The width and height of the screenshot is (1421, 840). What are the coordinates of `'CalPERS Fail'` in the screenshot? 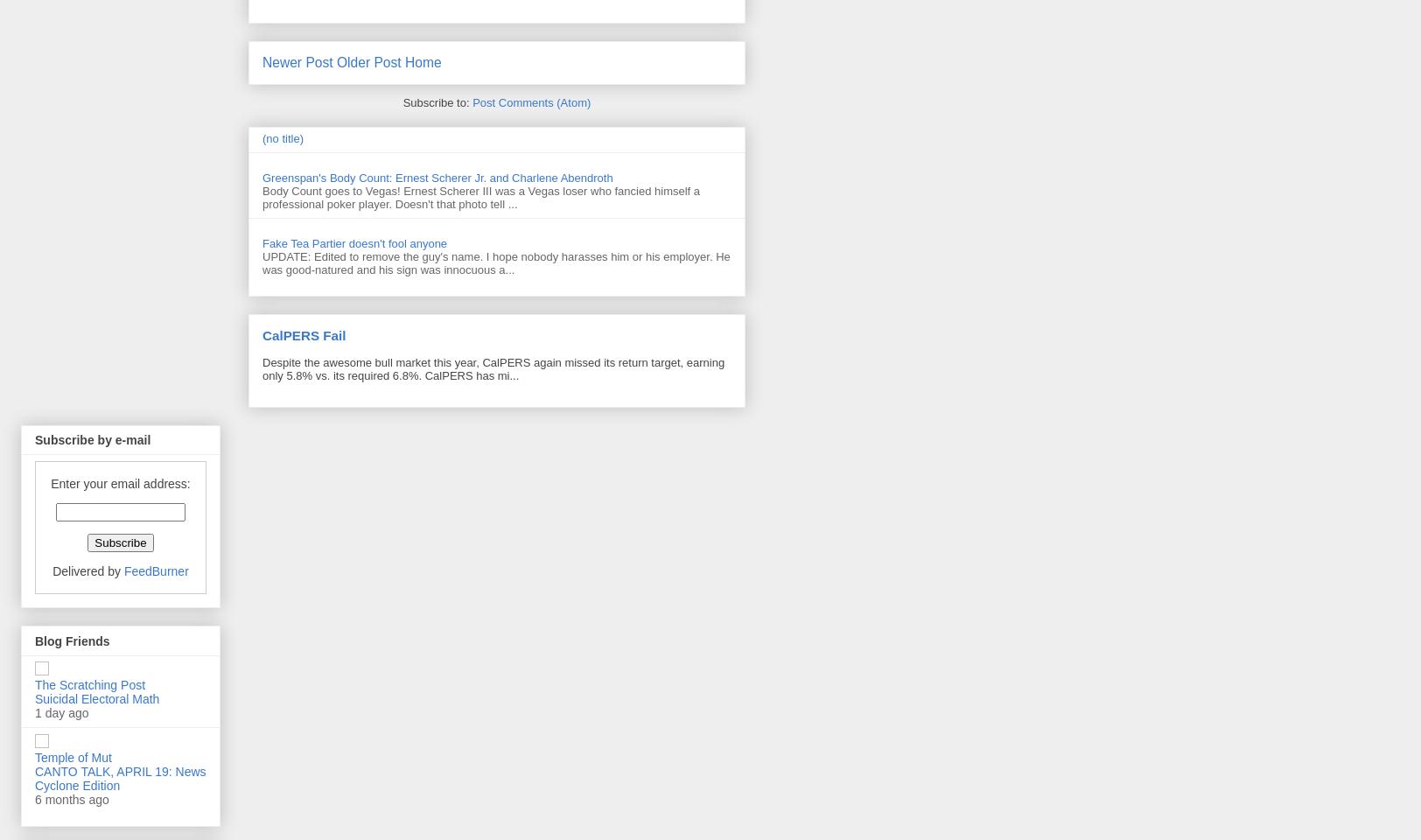 It's located at (304, 333).